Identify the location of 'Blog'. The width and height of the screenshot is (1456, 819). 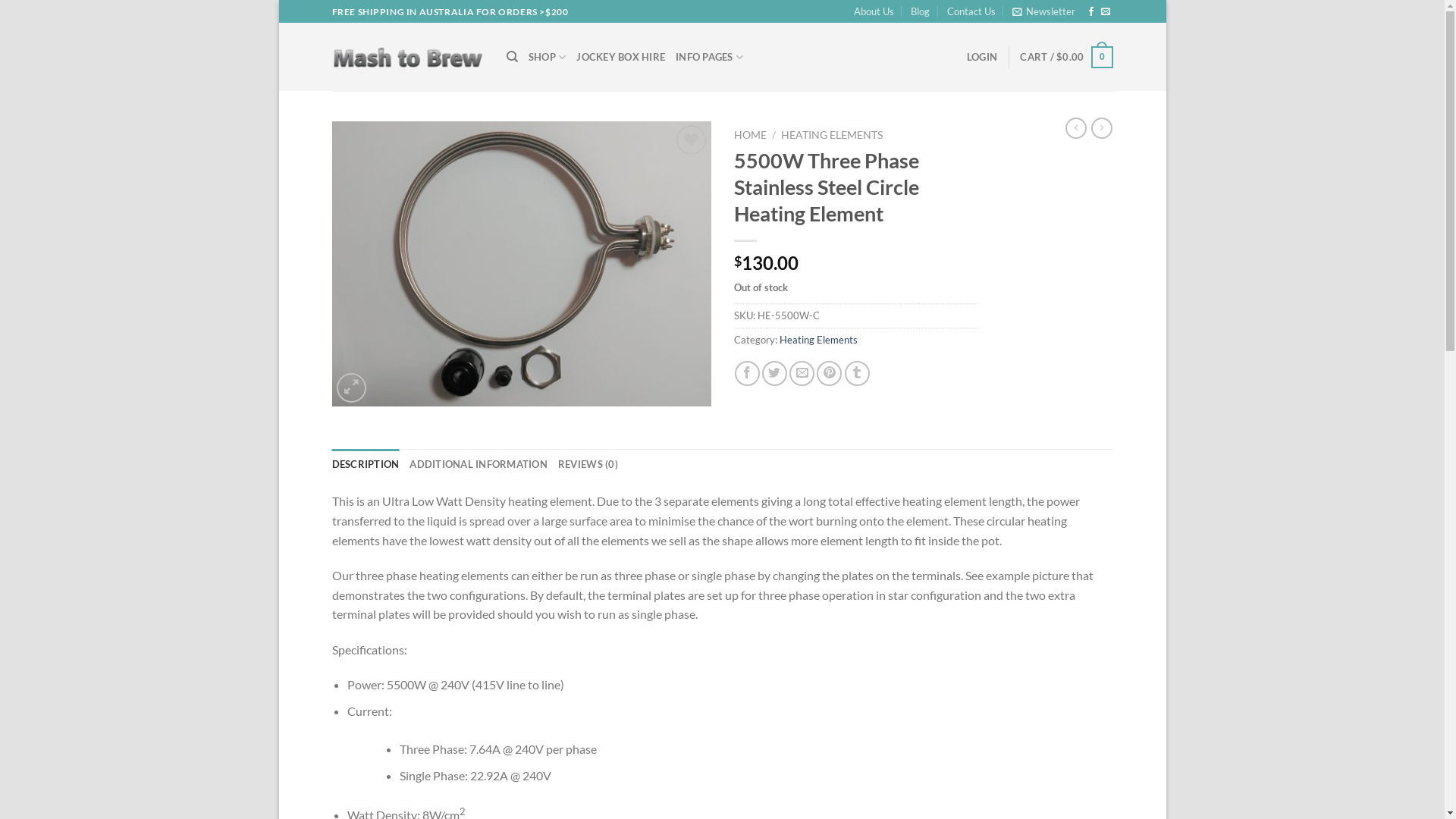
(910, 11).